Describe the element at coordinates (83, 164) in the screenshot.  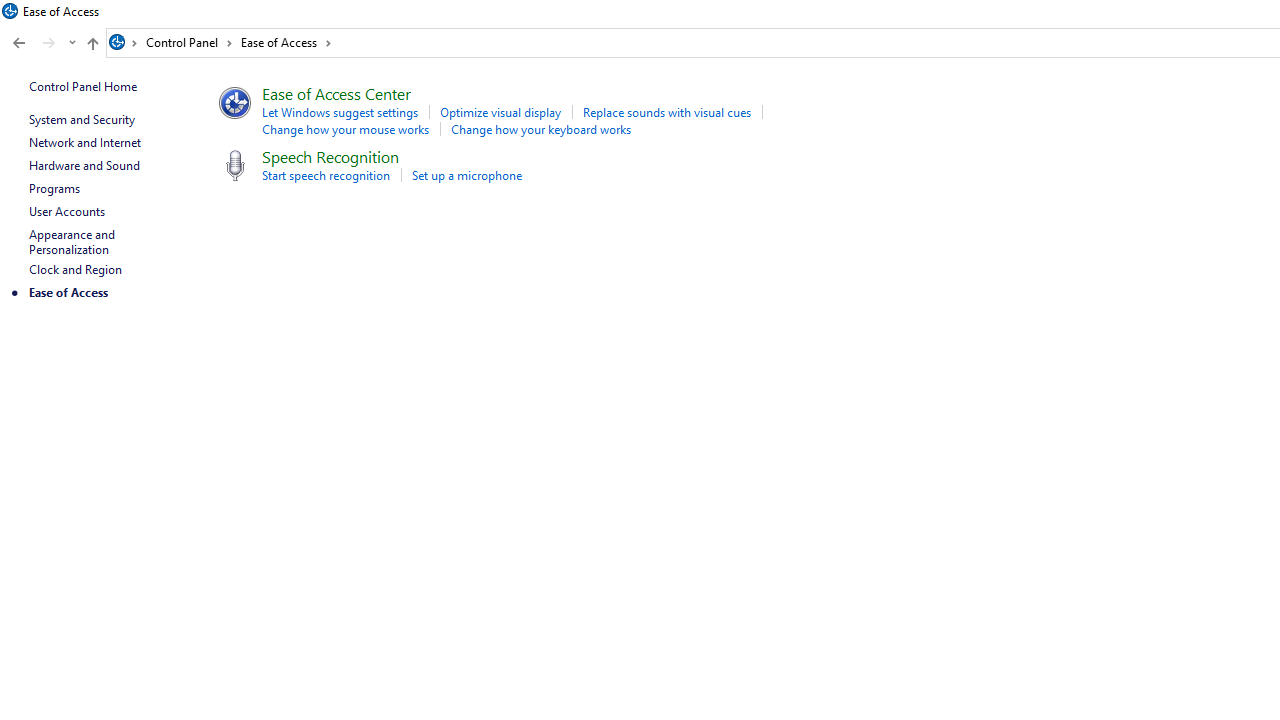
I see `'Hardware and Sound'` at that location.